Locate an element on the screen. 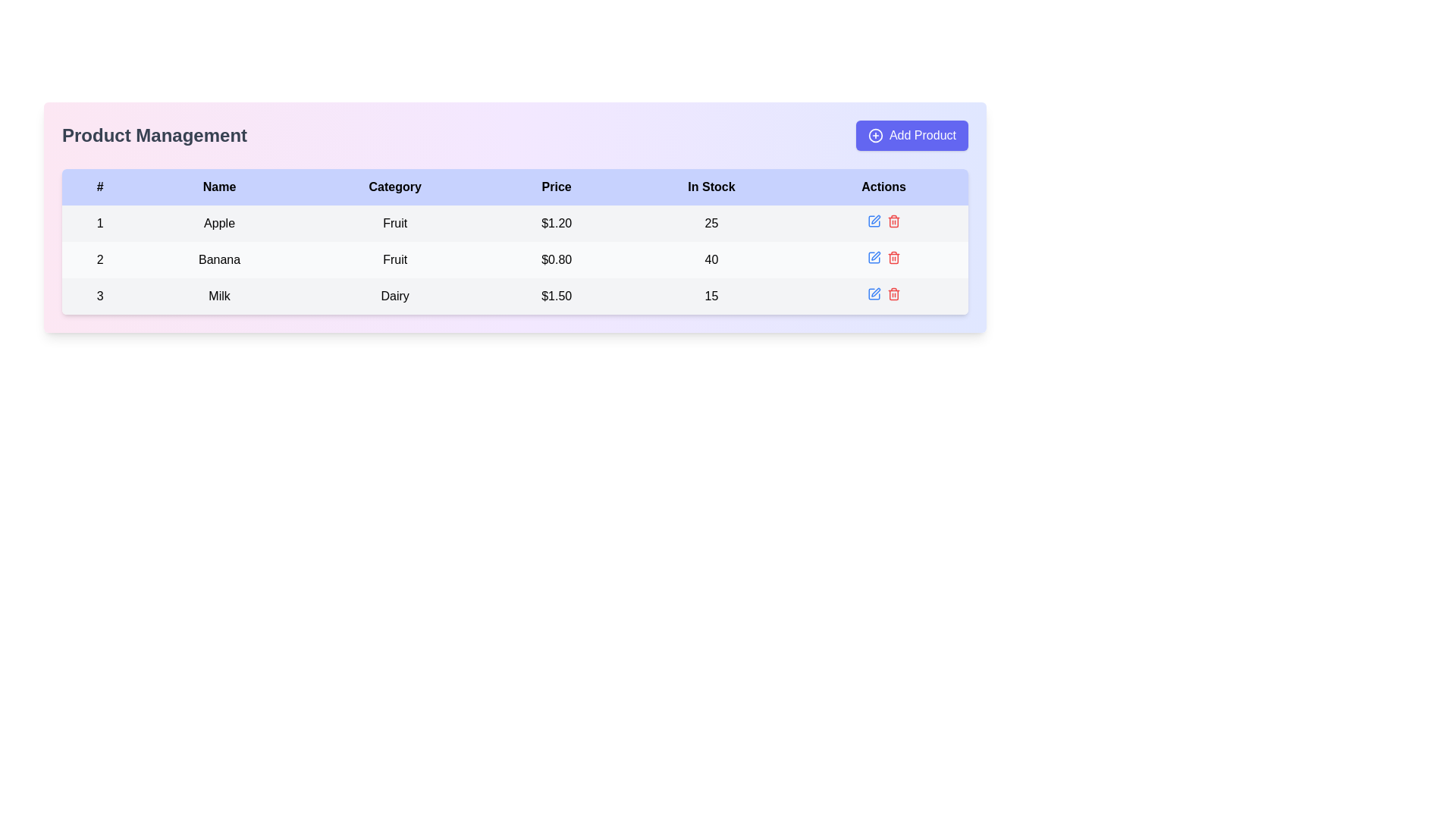 Image resolution: width=1456 pixels, height=819 pixels. the text label displaying the product name 'Banana', which is centrally aligned in the second row and second column of the table under the 'Name' column, to trigger the tooltip is located at coordinates (218, 259).